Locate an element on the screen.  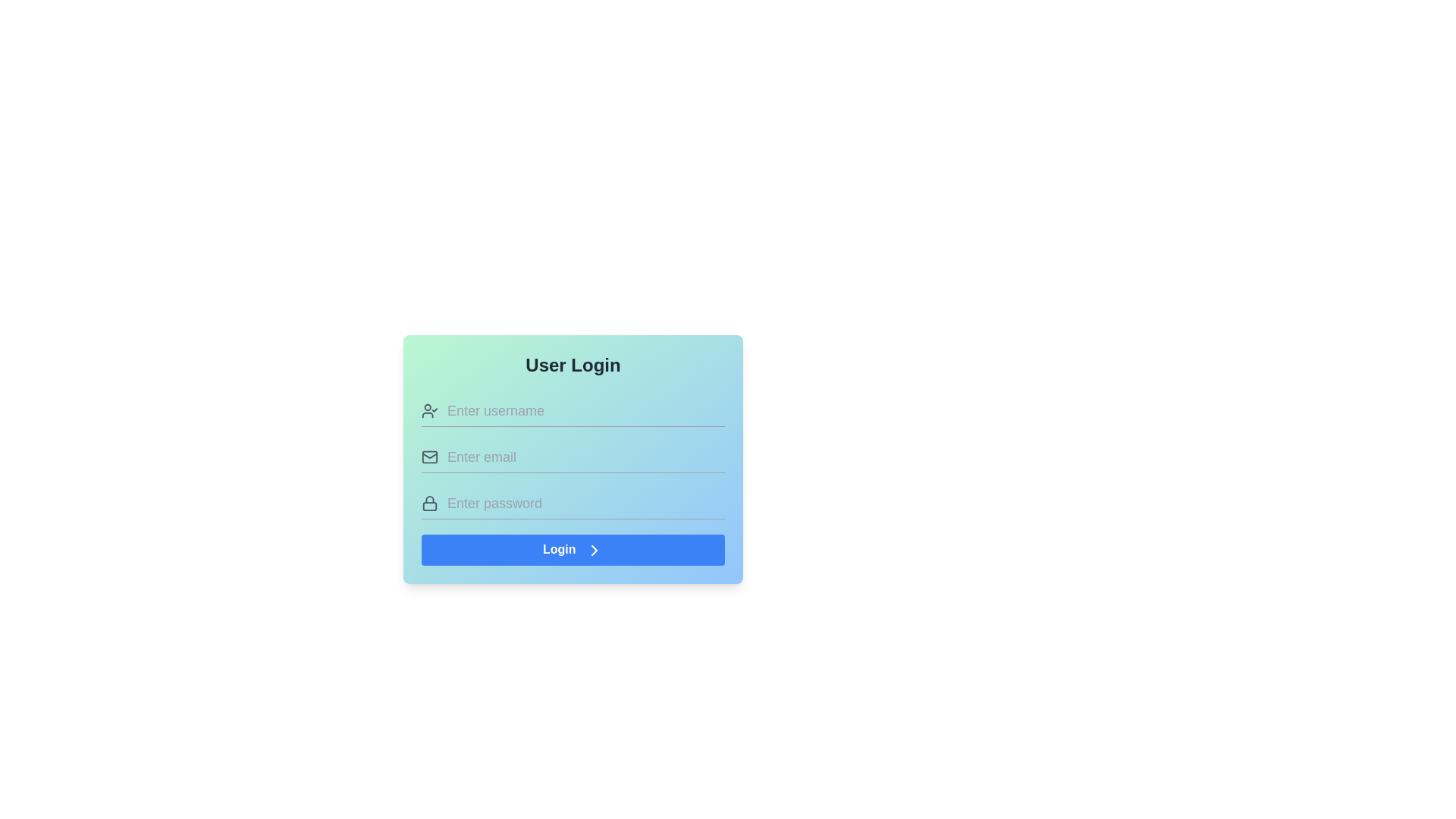
the rectangle that serves as the base of the lock illustration, located to the left of the 'Enter password' input field is located at coordinates (428, 507).